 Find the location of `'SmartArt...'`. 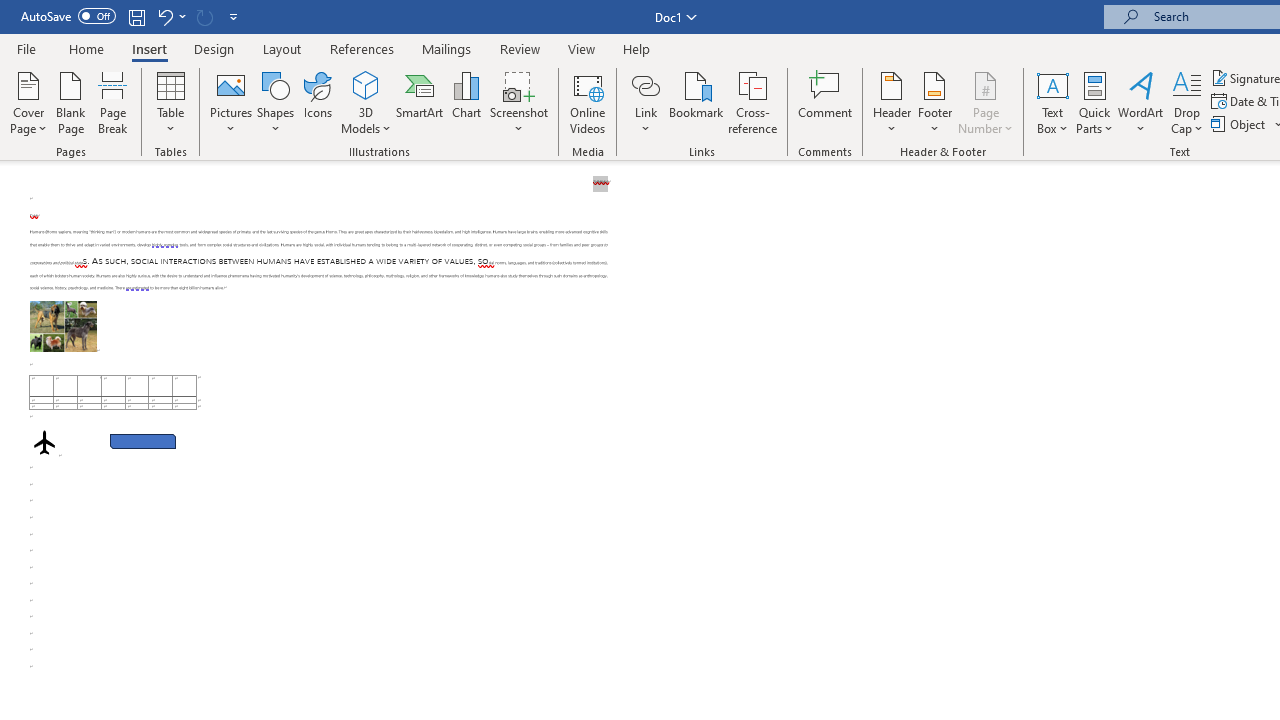

'SmartArt...' is located at coordinates (418, 103).